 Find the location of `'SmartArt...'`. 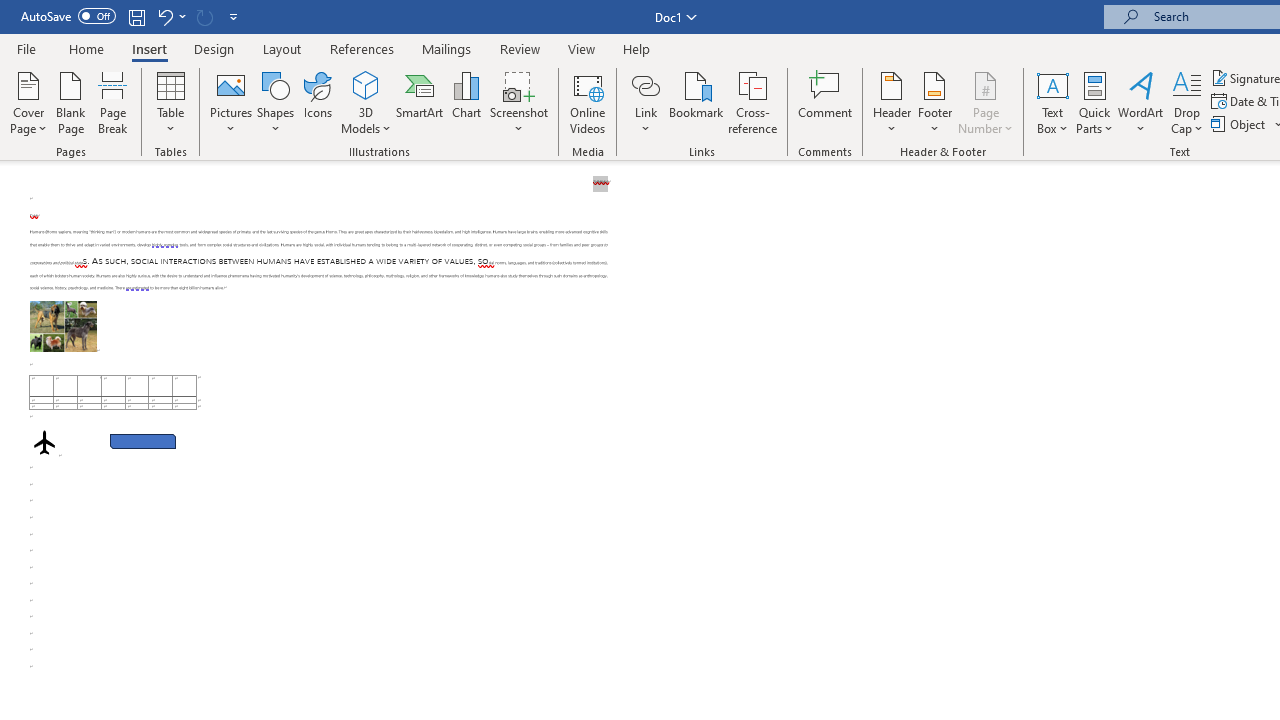

'SmartArt...' is located at coordinates (418, 103).